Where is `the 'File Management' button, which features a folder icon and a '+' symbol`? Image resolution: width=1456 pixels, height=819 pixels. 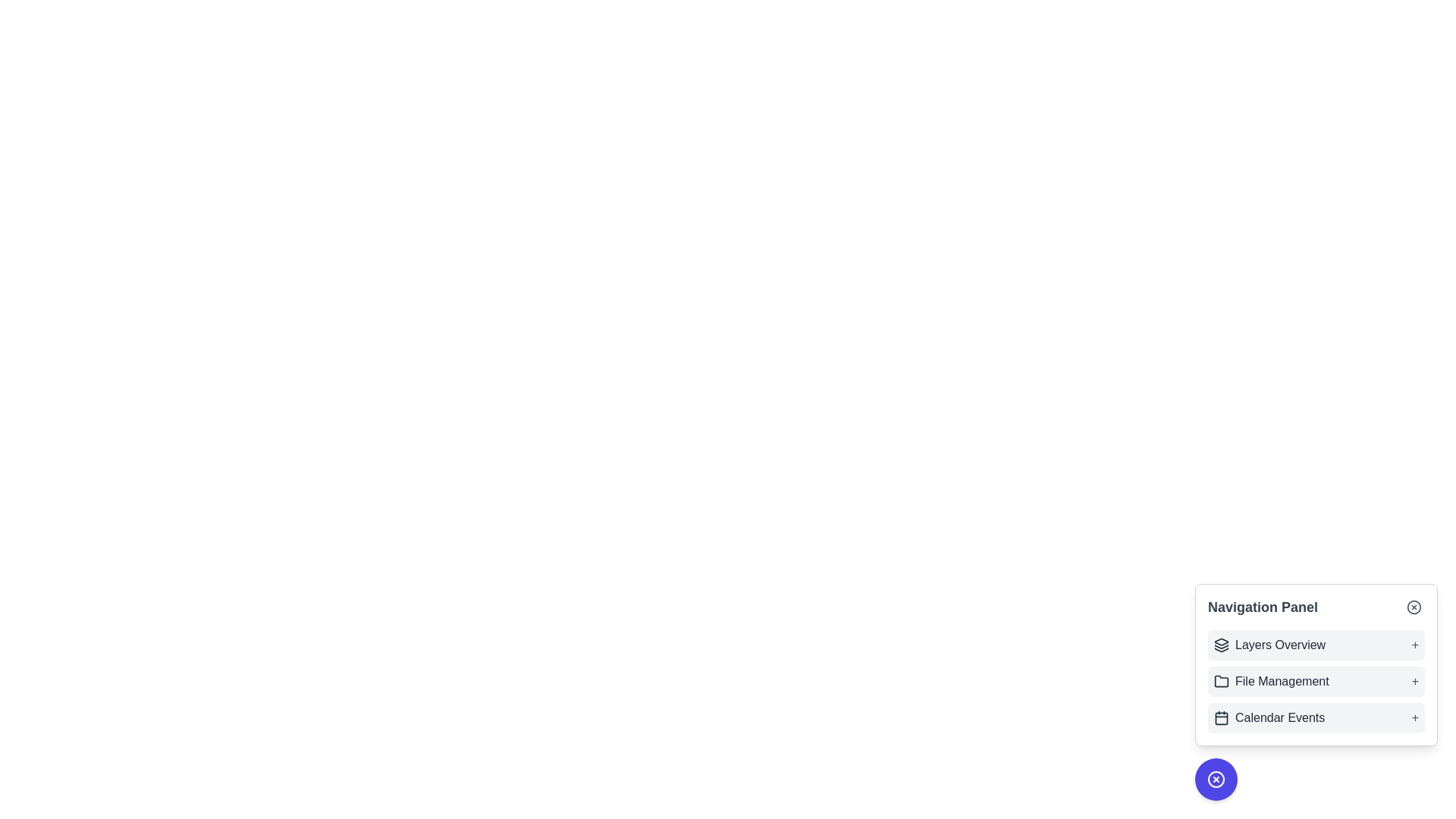 the 'File Management' button, which features a folder icon and a '+' symbol is located at coordinates (1316, 680).